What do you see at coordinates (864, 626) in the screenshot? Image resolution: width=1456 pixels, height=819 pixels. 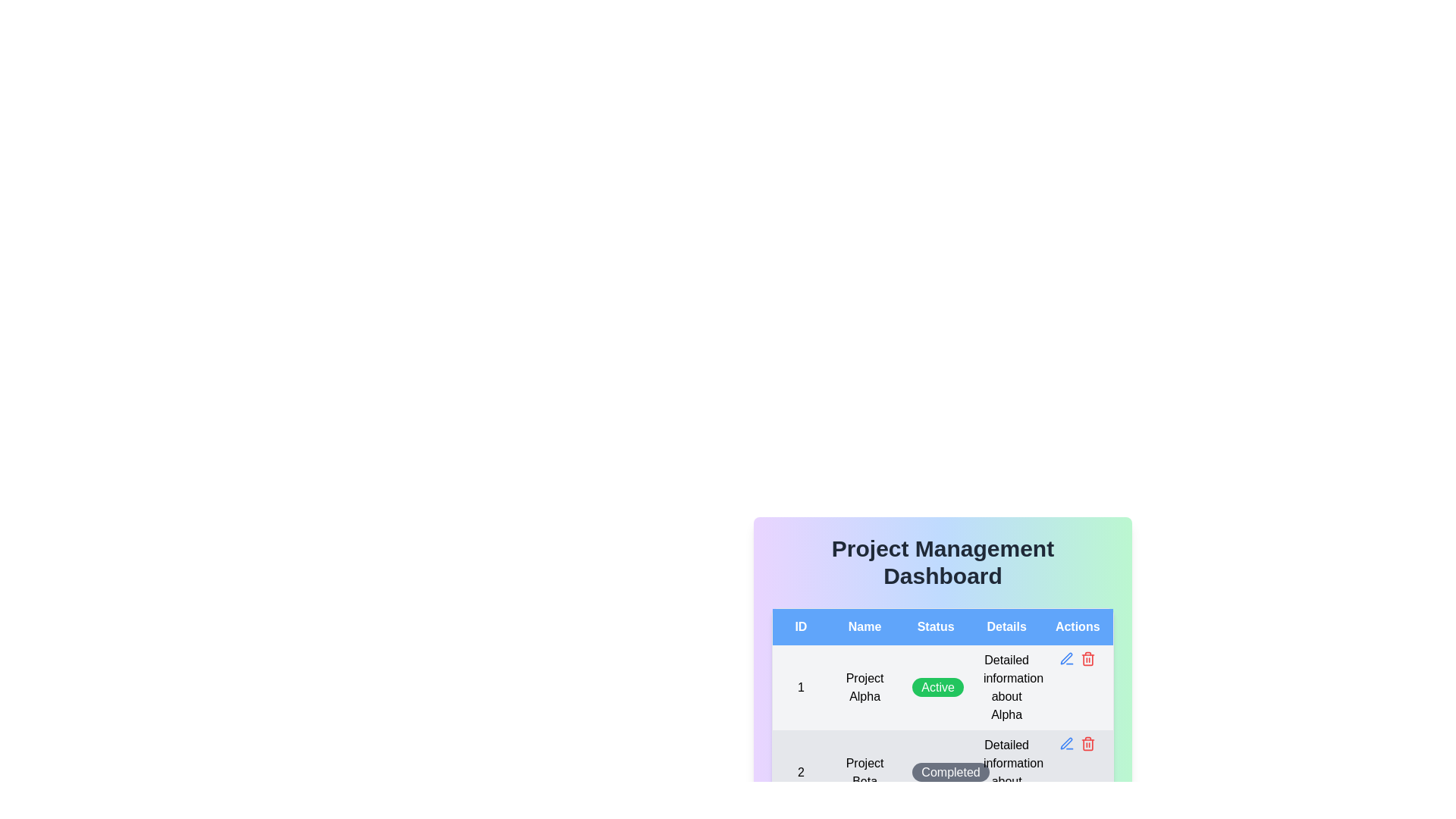 I see `the 'Name' column header cell in the table, which is the second header following the 'ID' header and preceding the 'Status' header` at bounding box center [864, 626].